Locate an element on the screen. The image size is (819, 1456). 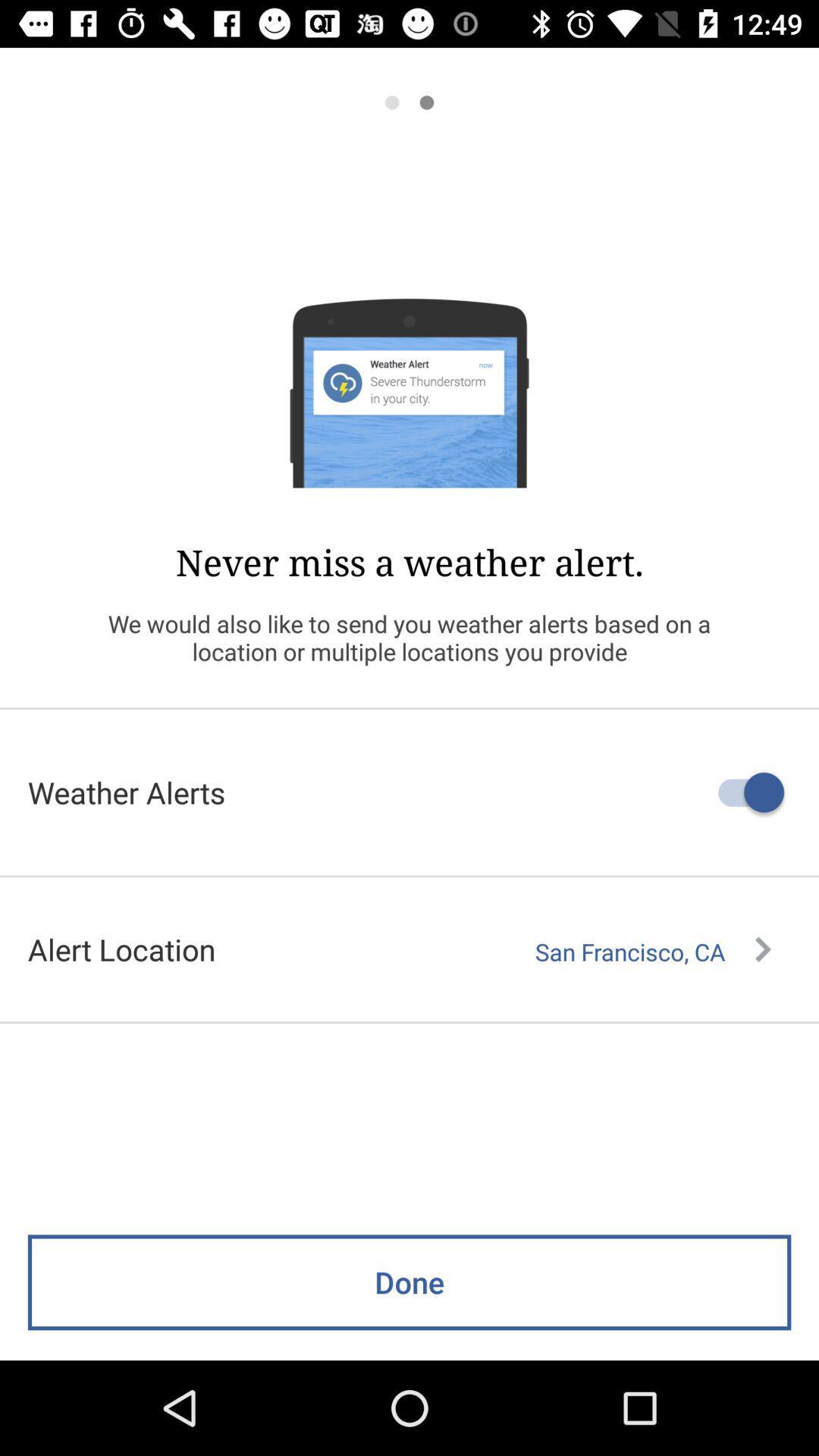
the icon to the right of alert location icon is located at coordinates (652, 951).